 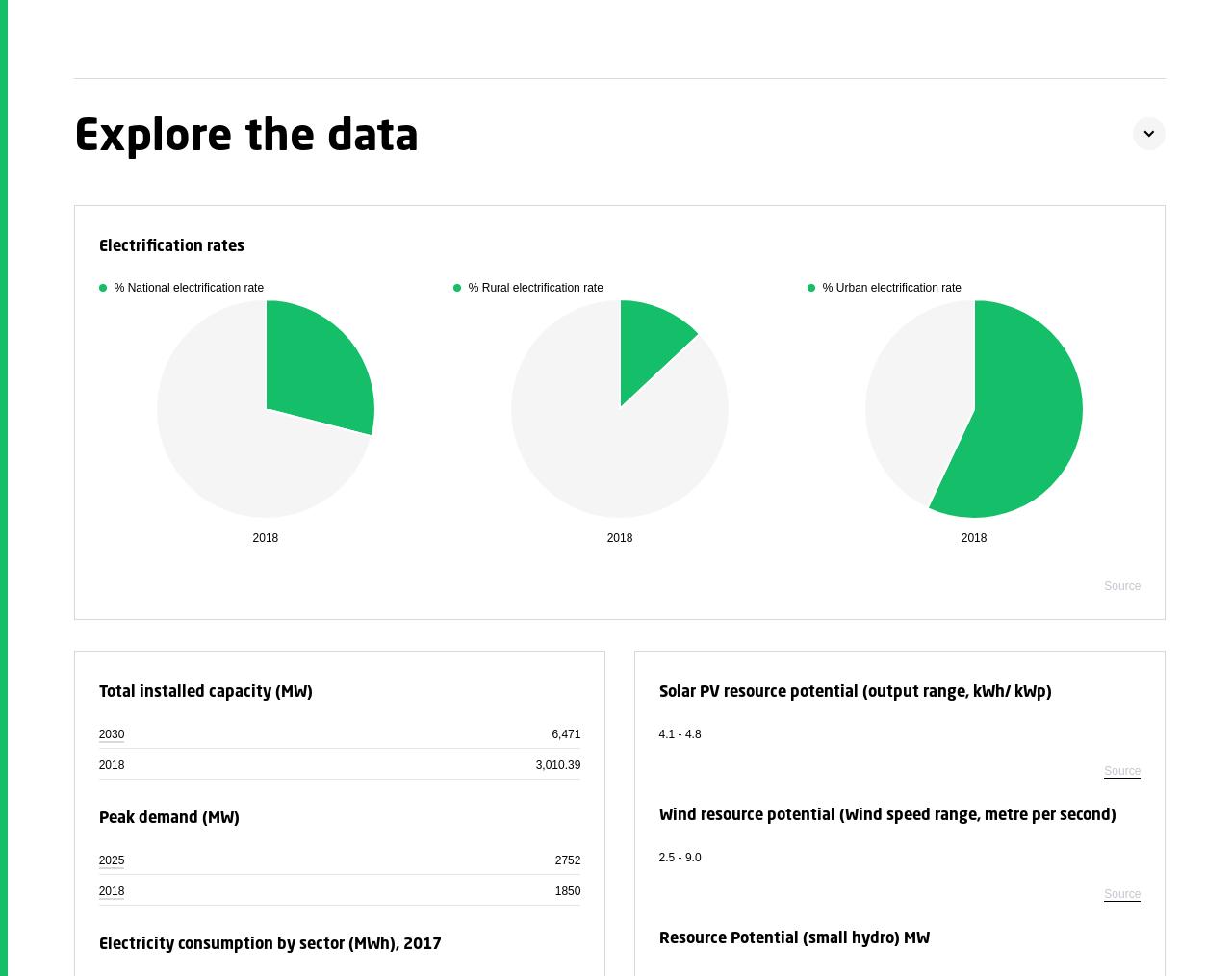 What do you see at coordinates (658, 733) in the screenshot?
I see `'4.1 - 4.8'` at bounding box center [658, 733].